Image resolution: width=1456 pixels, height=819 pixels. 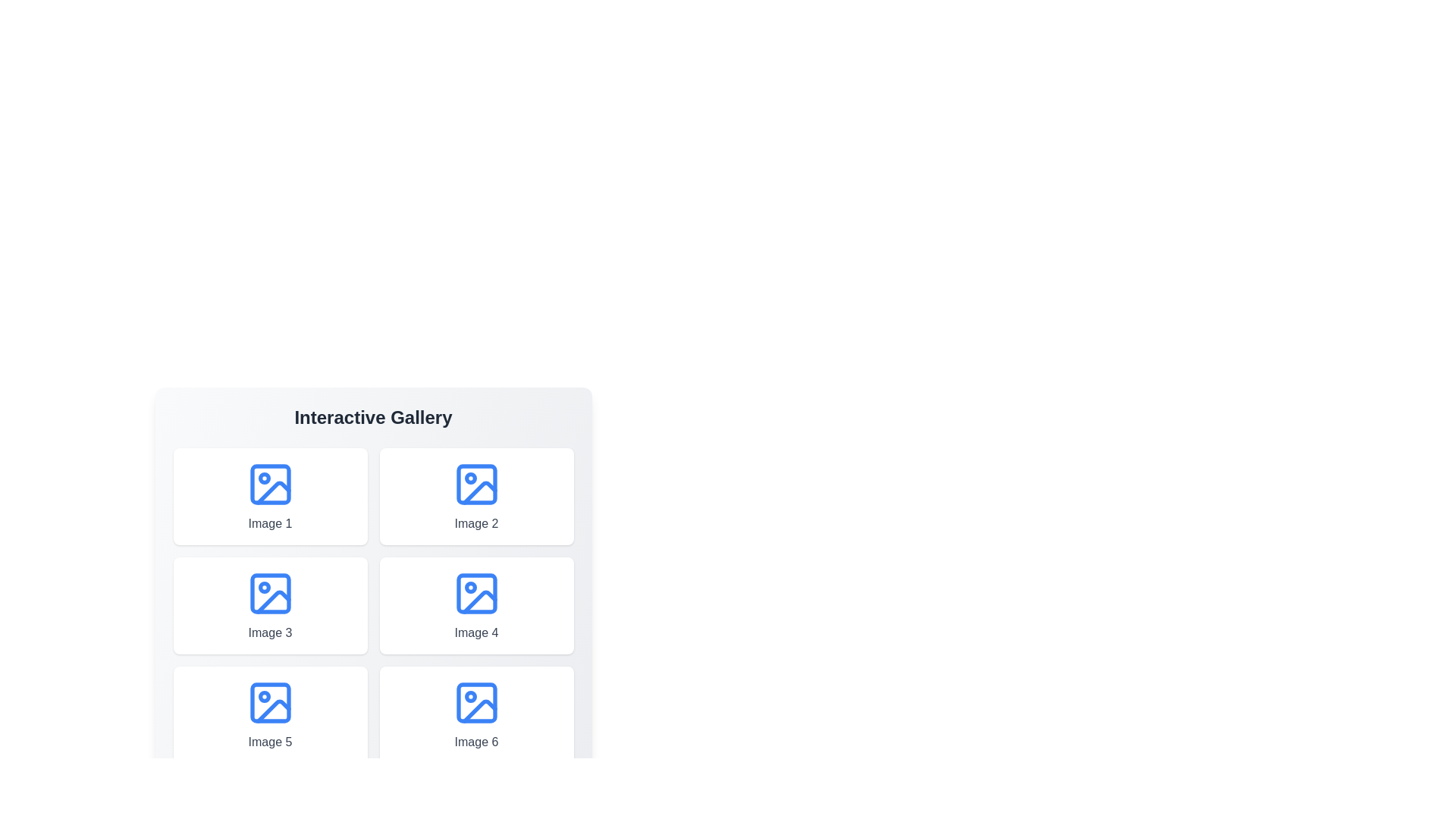 What do you see at coordinates (475, 604) in the screenshot?
I see `the image labeled Image 4 to view its details` at bounding box center [475, 604].